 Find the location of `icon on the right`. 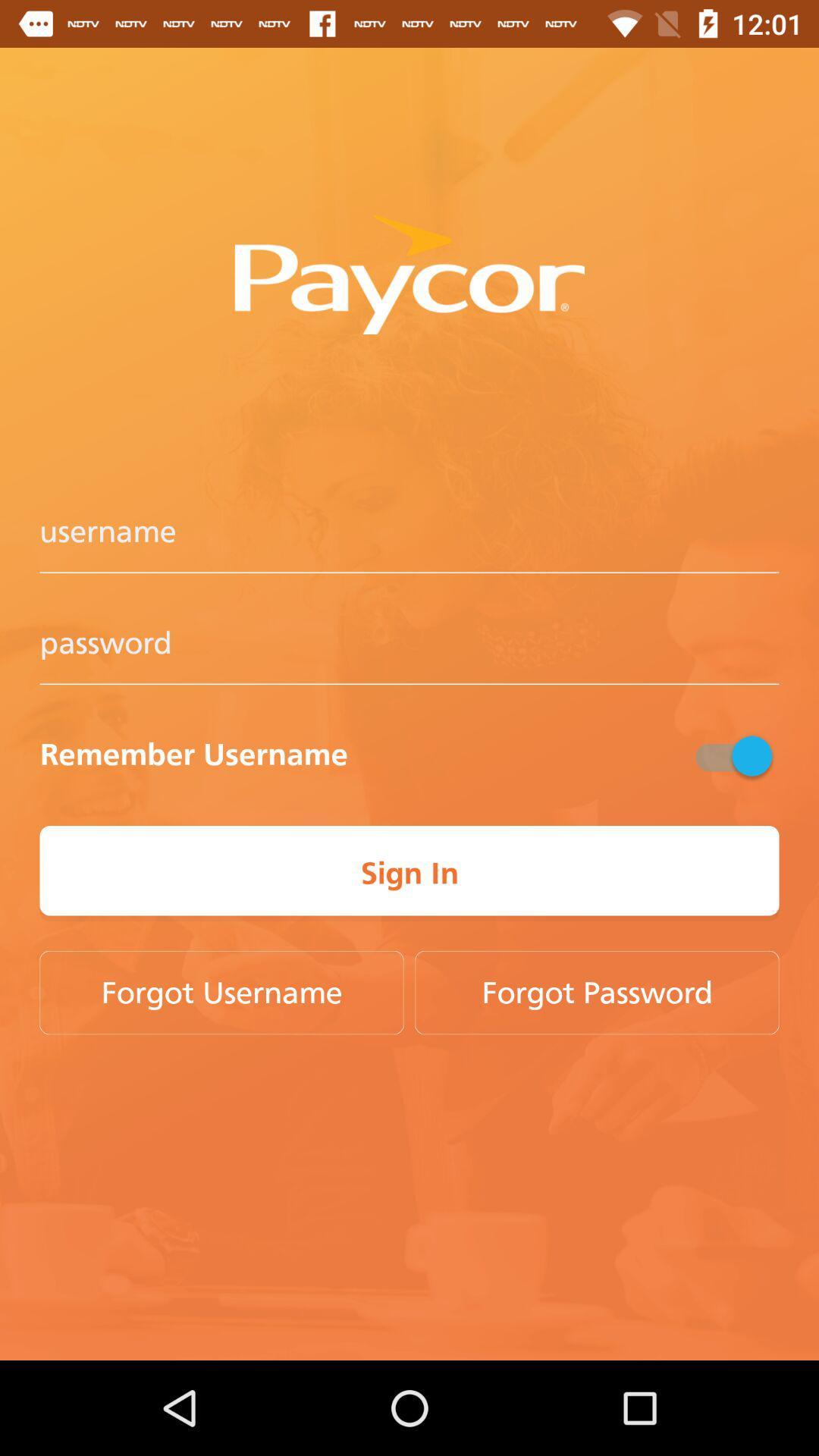

icon on the right is located at coordinates (731, 755).